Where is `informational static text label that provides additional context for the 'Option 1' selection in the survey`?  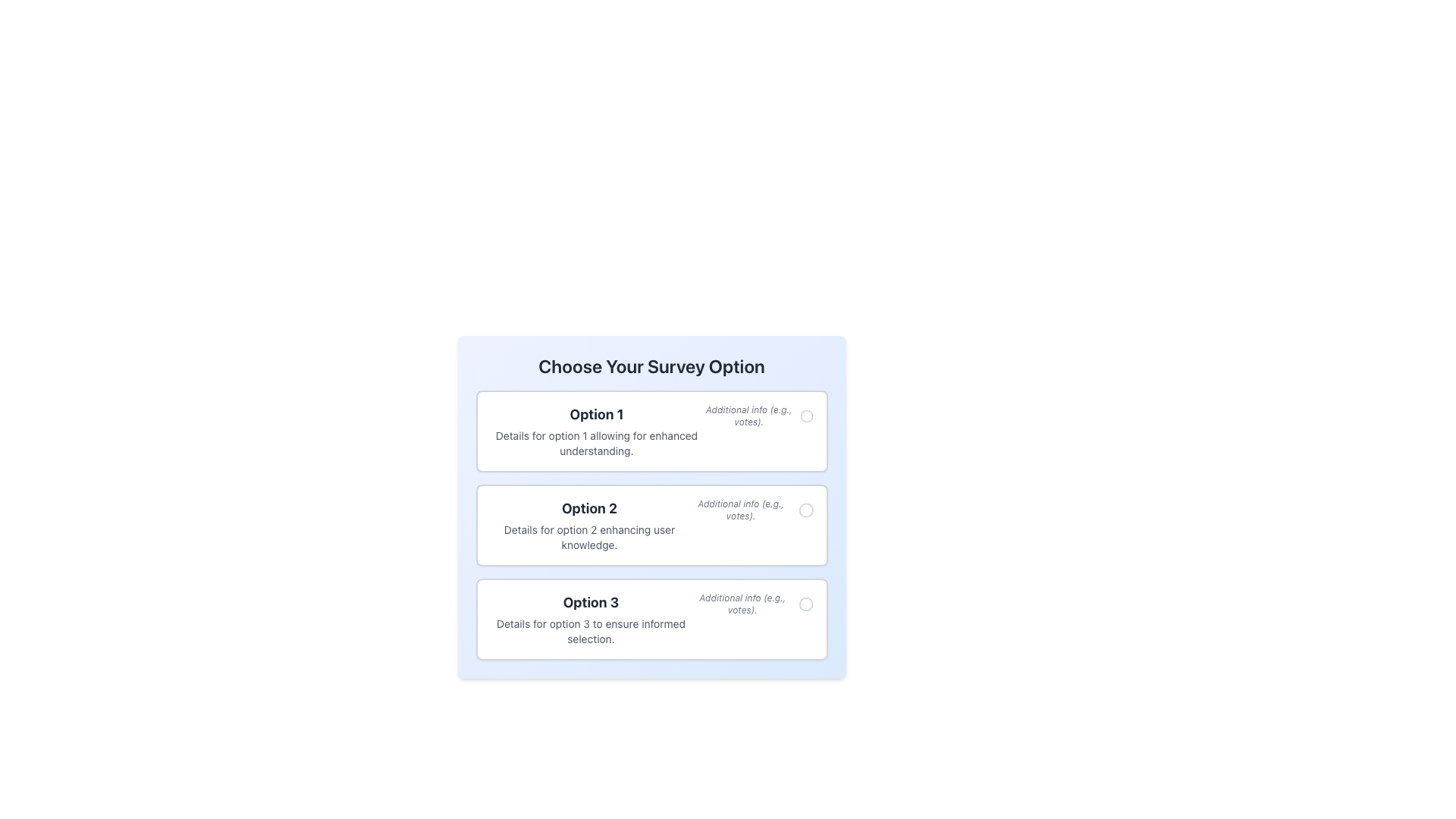 informational static text label that provides additional context for the 'Option 1' selection in the survey is located at coordinates (748, 416).